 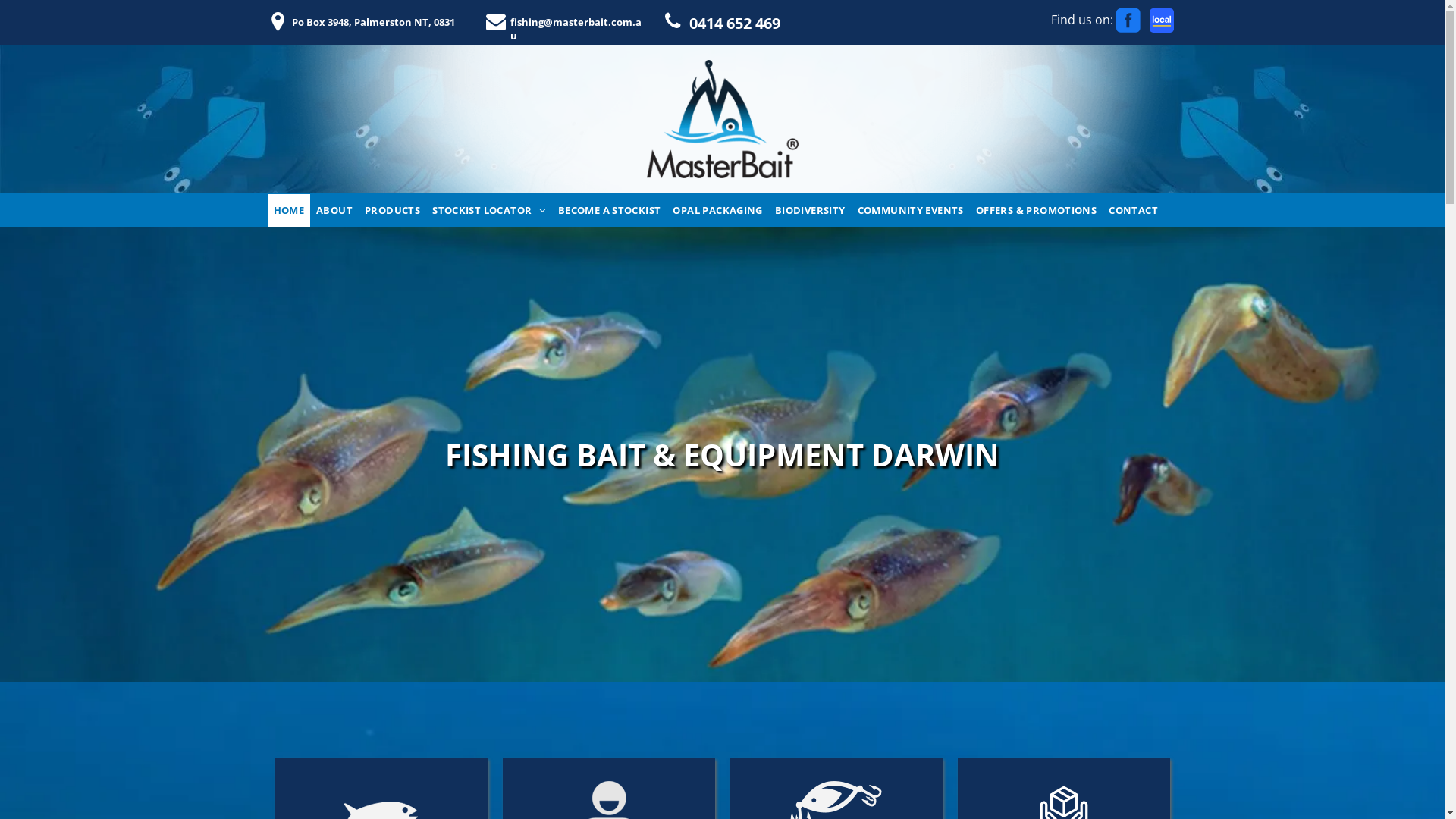 I want to click on 'HOME', so click(x=266, y=210).